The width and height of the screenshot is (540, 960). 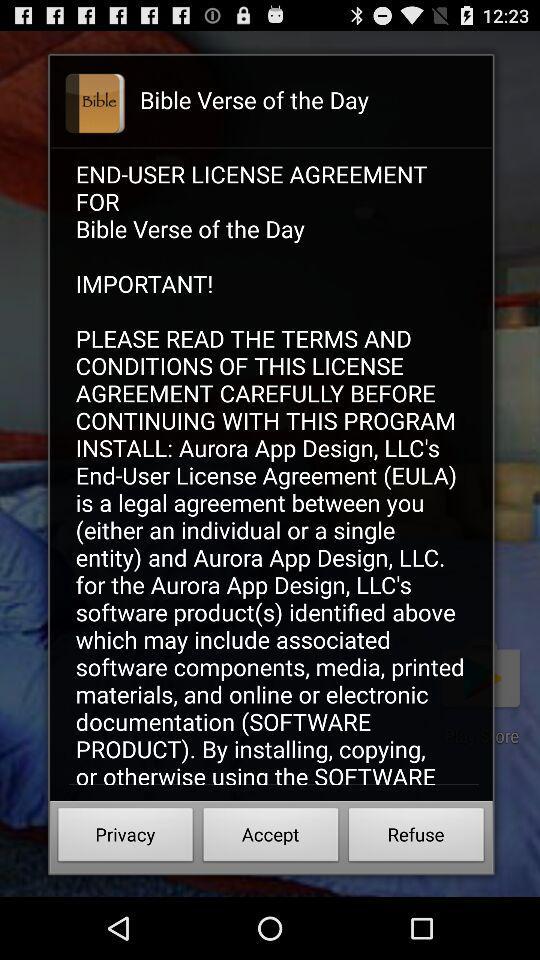 What do you see at coordinates (270, 837) in the screenshot?
I see `the item to the right of privacy item` at bounding box center [270, 837].